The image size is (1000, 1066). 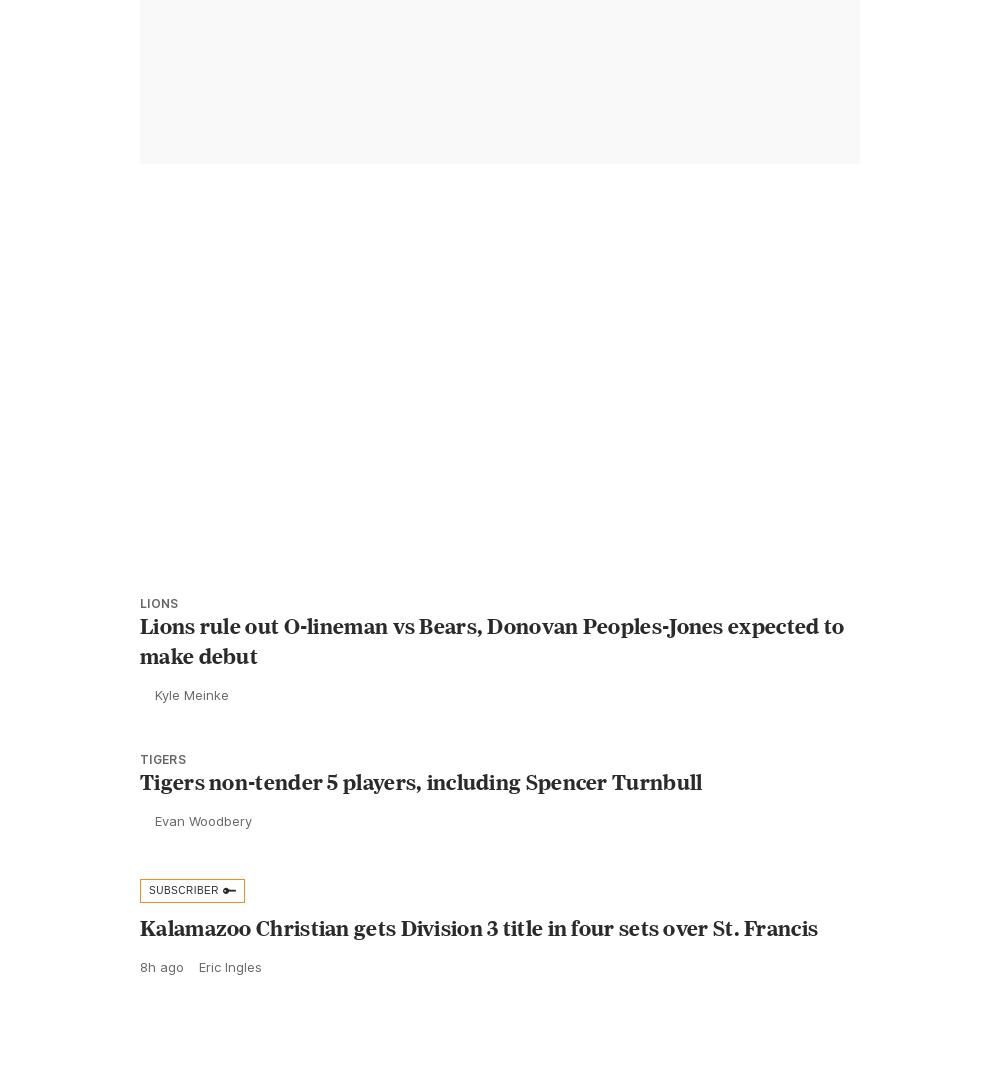 What do you see at coordinates (478, 971) in the screenshot?
I see `'Kalamazoo Christian gets Division 3 title in four sets over St. Francis'` at bounding box center [478, 971].